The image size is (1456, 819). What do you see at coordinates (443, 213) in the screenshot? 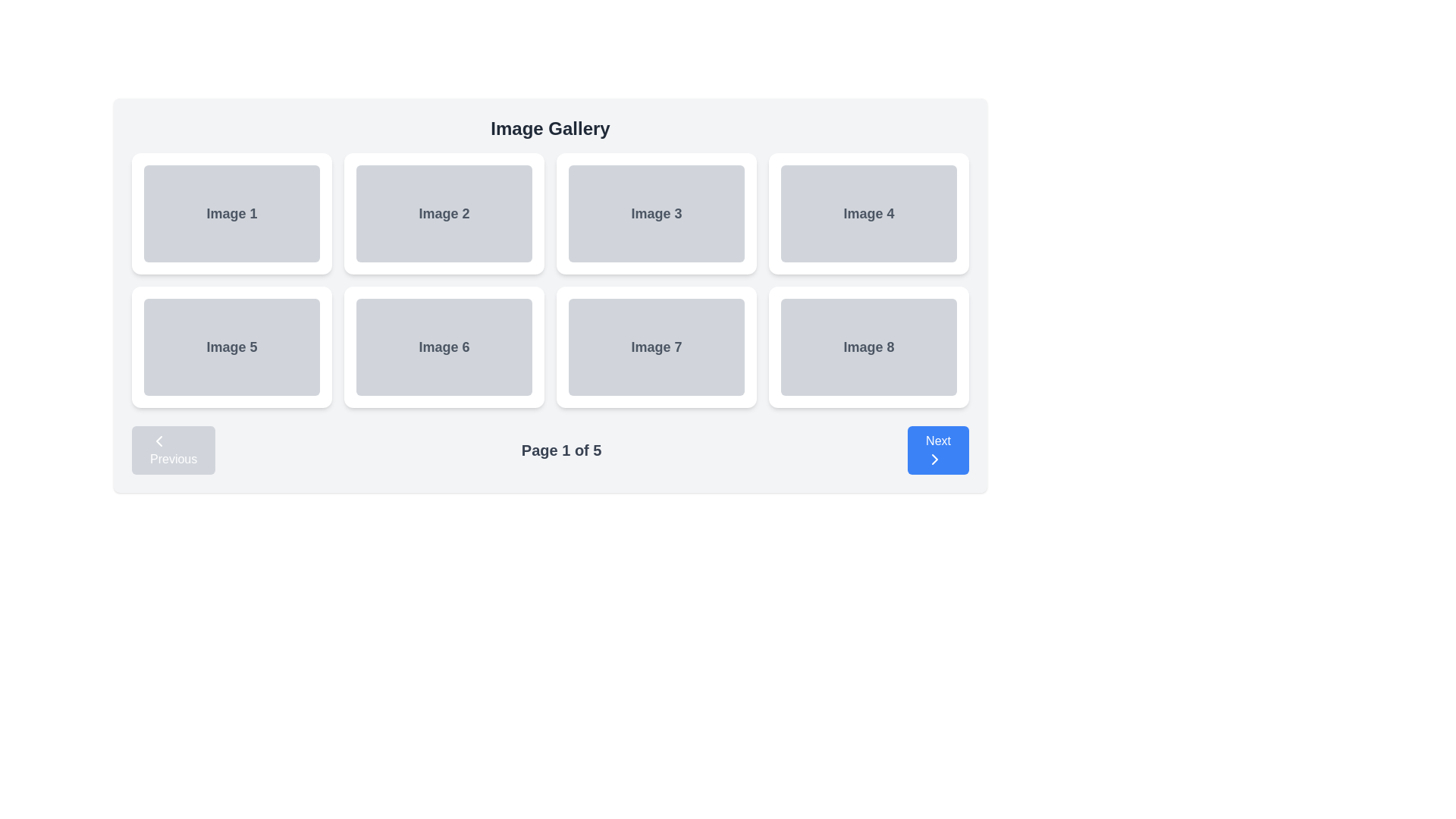
I see `the text label that serves as a title for the second rectangular block in the first row of the grid-like image gallery layout` at bounding box center [443, 213].